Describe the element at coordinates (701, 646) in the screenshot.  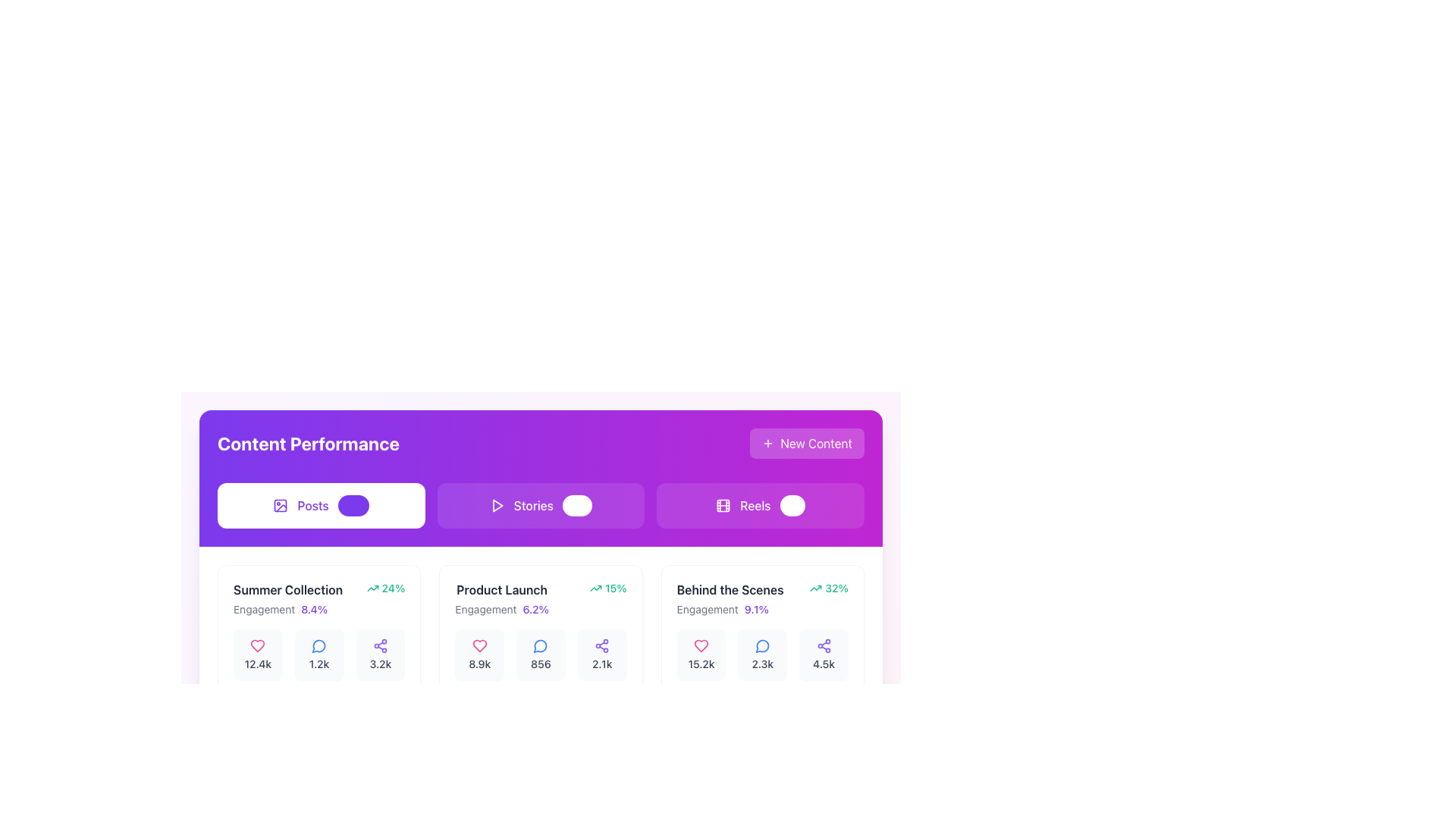
I see `the heart-shaped icon outlined in pink, which is positioned above the text '15.2k' in the third column of a three-column grid layout` at that location.